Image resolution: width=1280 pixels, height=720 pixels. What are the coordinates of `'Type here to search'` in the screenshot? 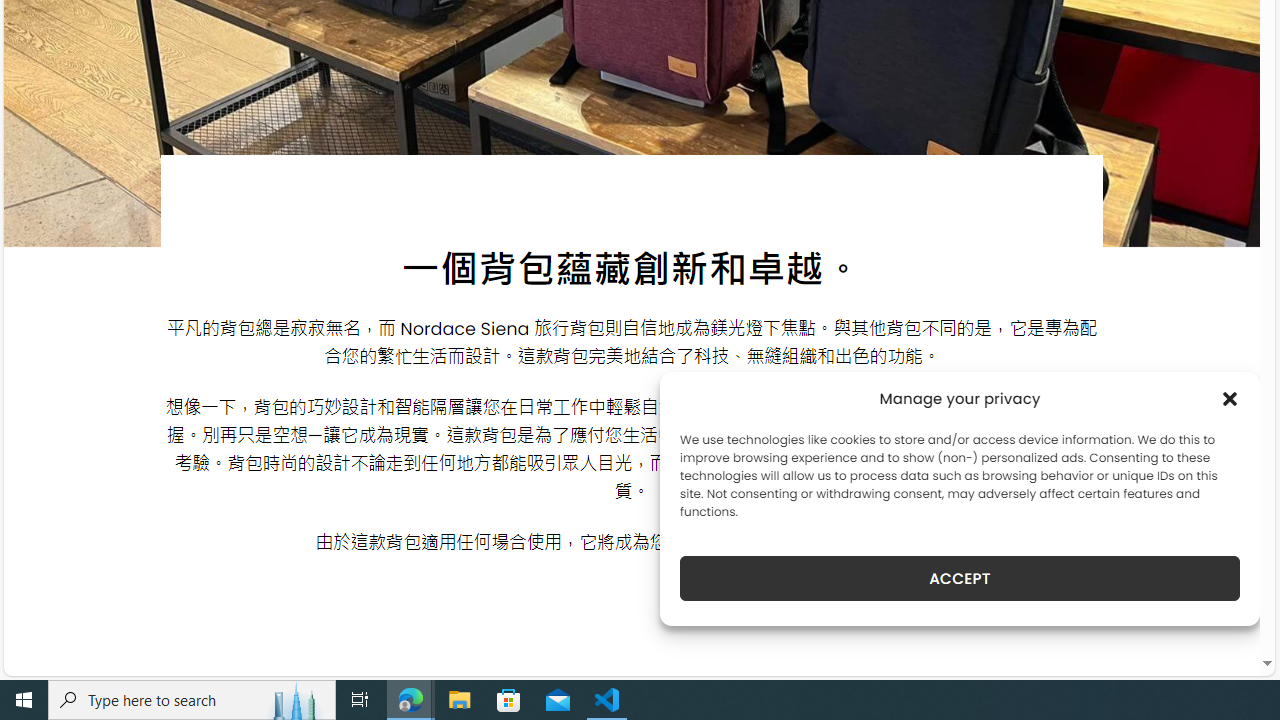 It's located at (192, 698).